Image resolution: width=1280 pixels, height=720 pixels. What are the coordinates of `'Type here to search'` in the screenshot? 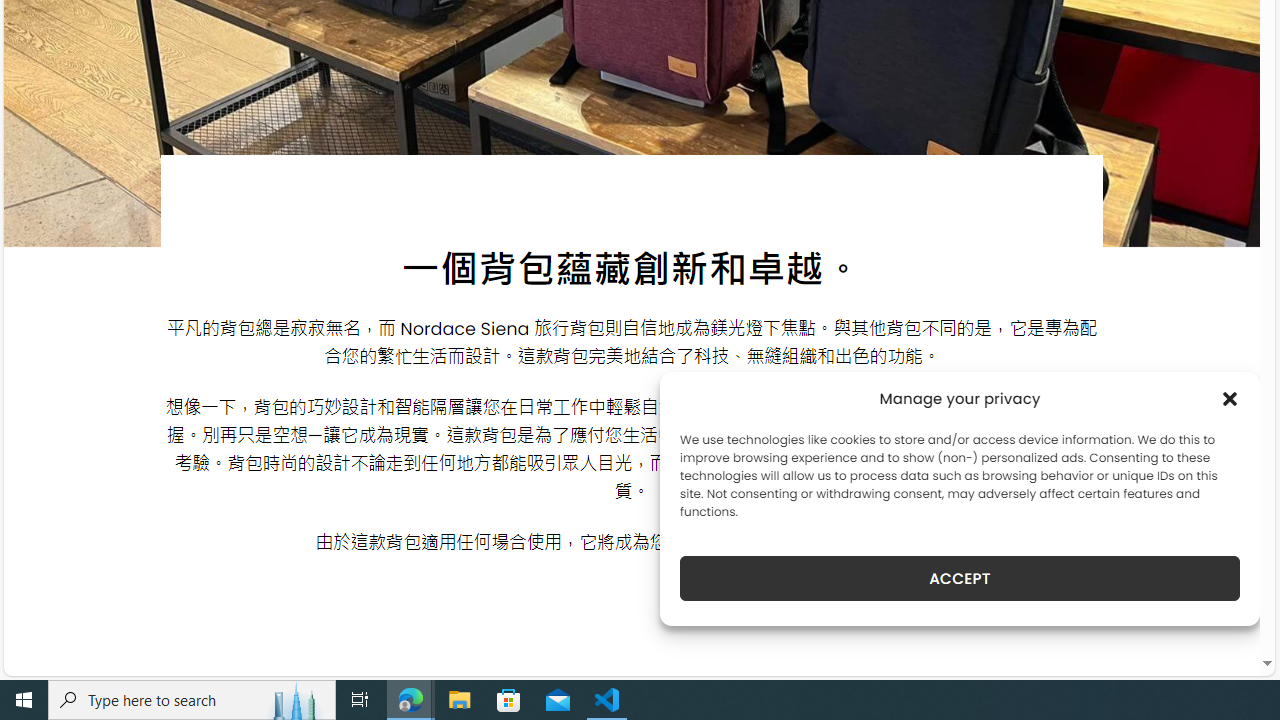 It's located at (192, 698).